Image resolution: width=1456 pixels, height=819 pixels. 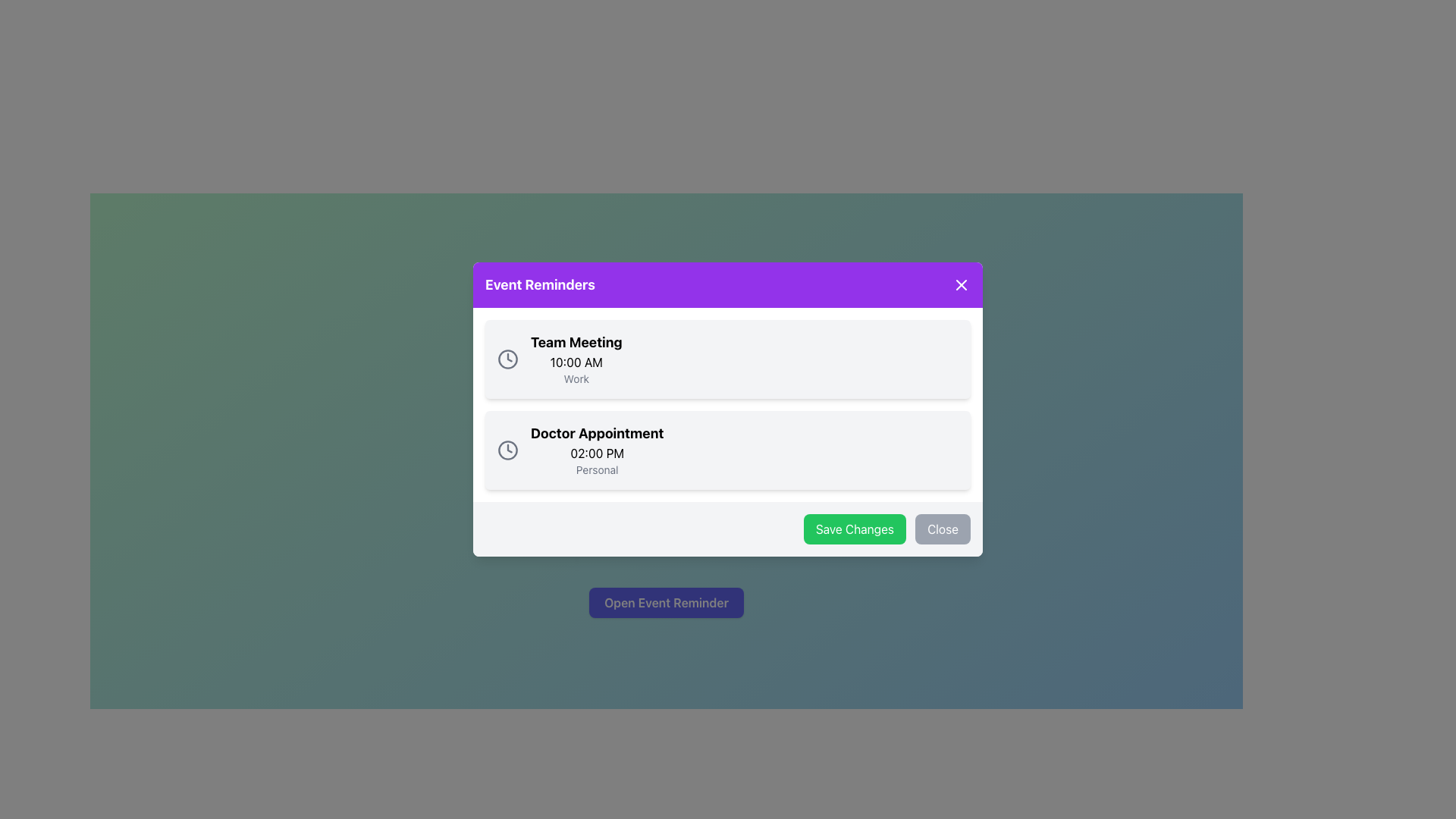 What do you see at coordinates (596, 469) in the screenshot?
I see `the text label displaying 'Personal', which is located under the '02:00 PM' text within the 'Doctor Appointment' group` at bounding box center [596, 469].